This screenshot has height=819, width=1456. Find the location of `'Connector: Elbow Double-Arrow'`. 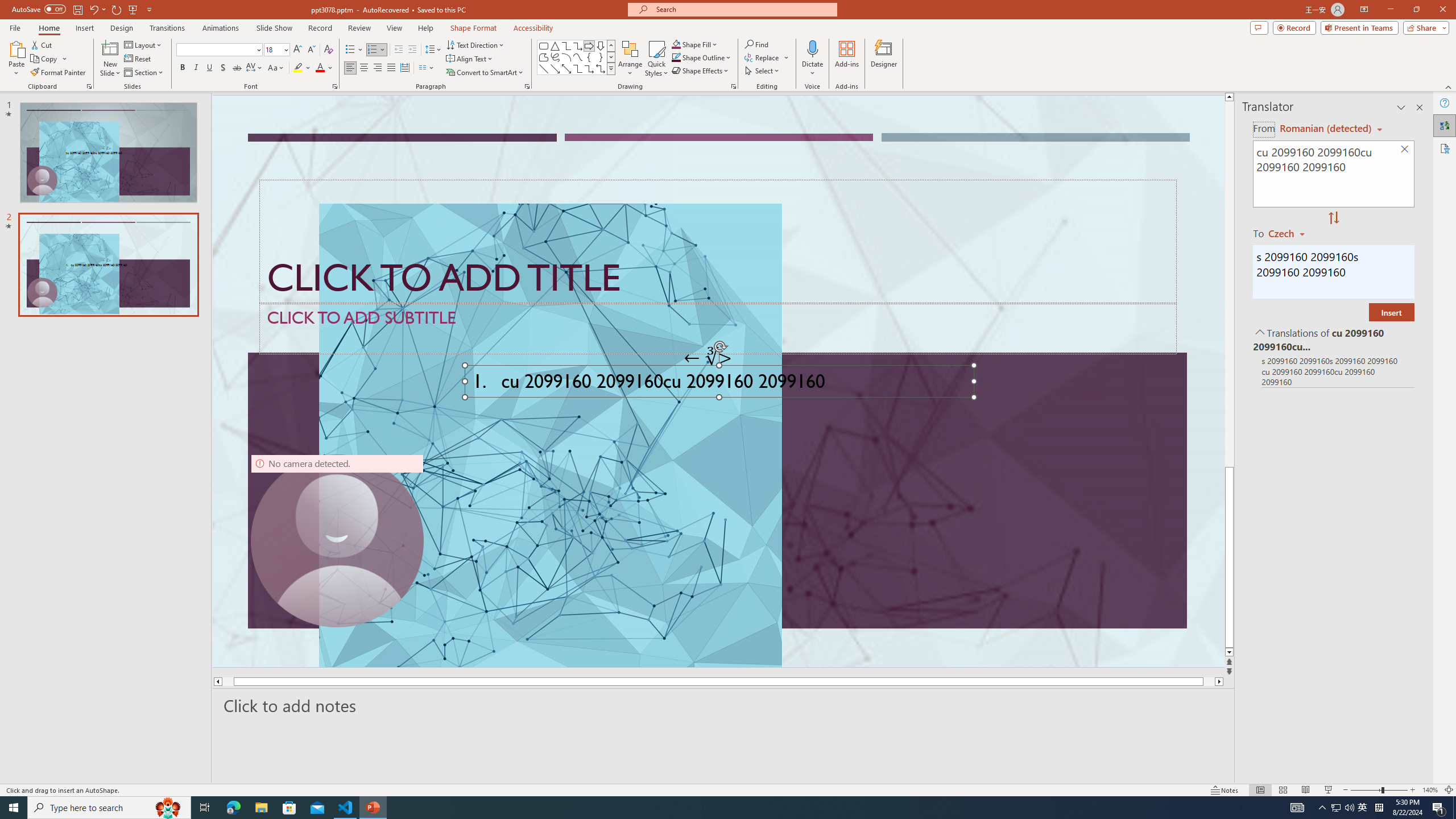

'Connector: Elbow Double-Arrow' is located at coordinates (600, 68).